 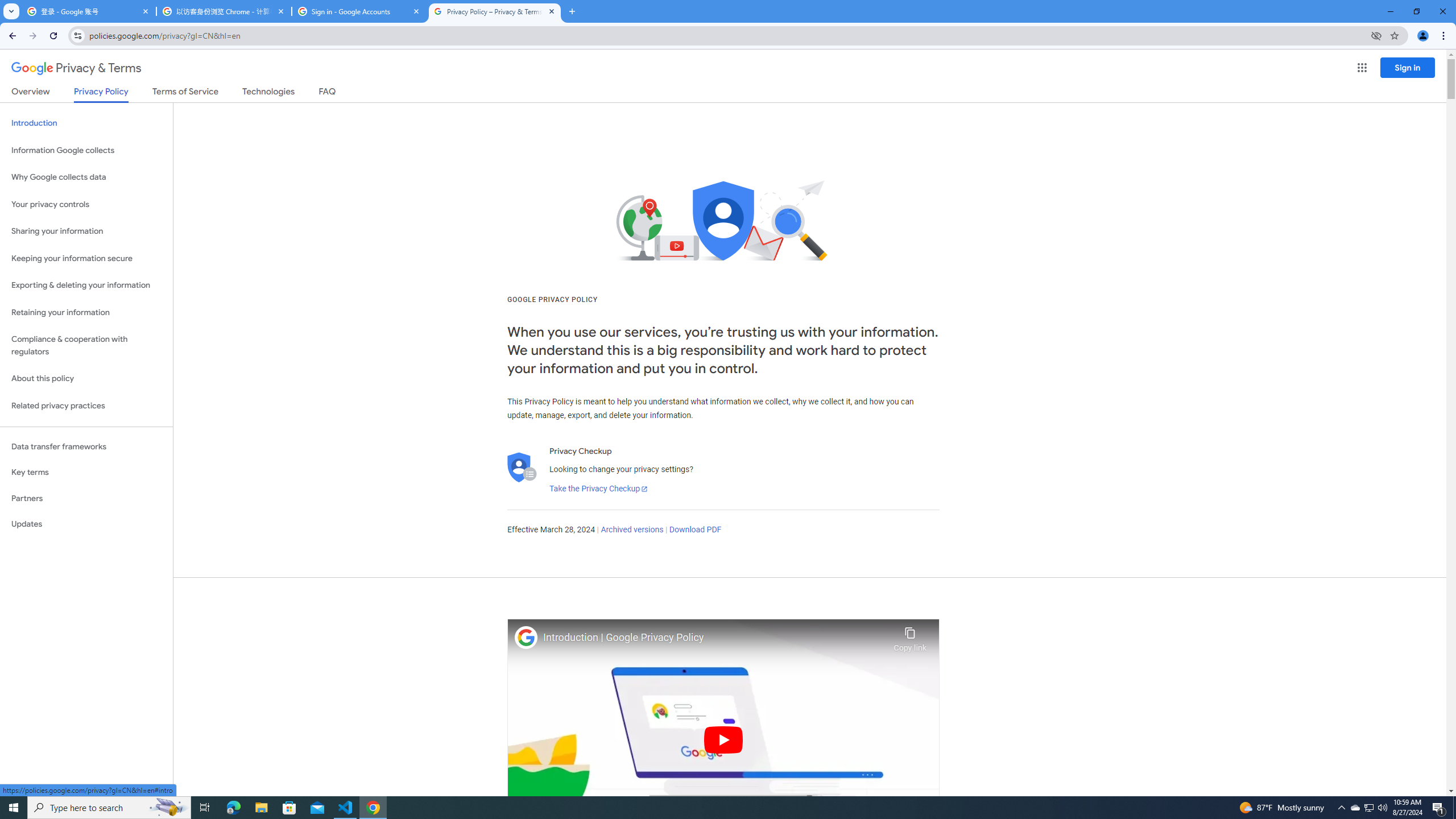 I want to click on 'FAQ', so click(x=327, y=93).